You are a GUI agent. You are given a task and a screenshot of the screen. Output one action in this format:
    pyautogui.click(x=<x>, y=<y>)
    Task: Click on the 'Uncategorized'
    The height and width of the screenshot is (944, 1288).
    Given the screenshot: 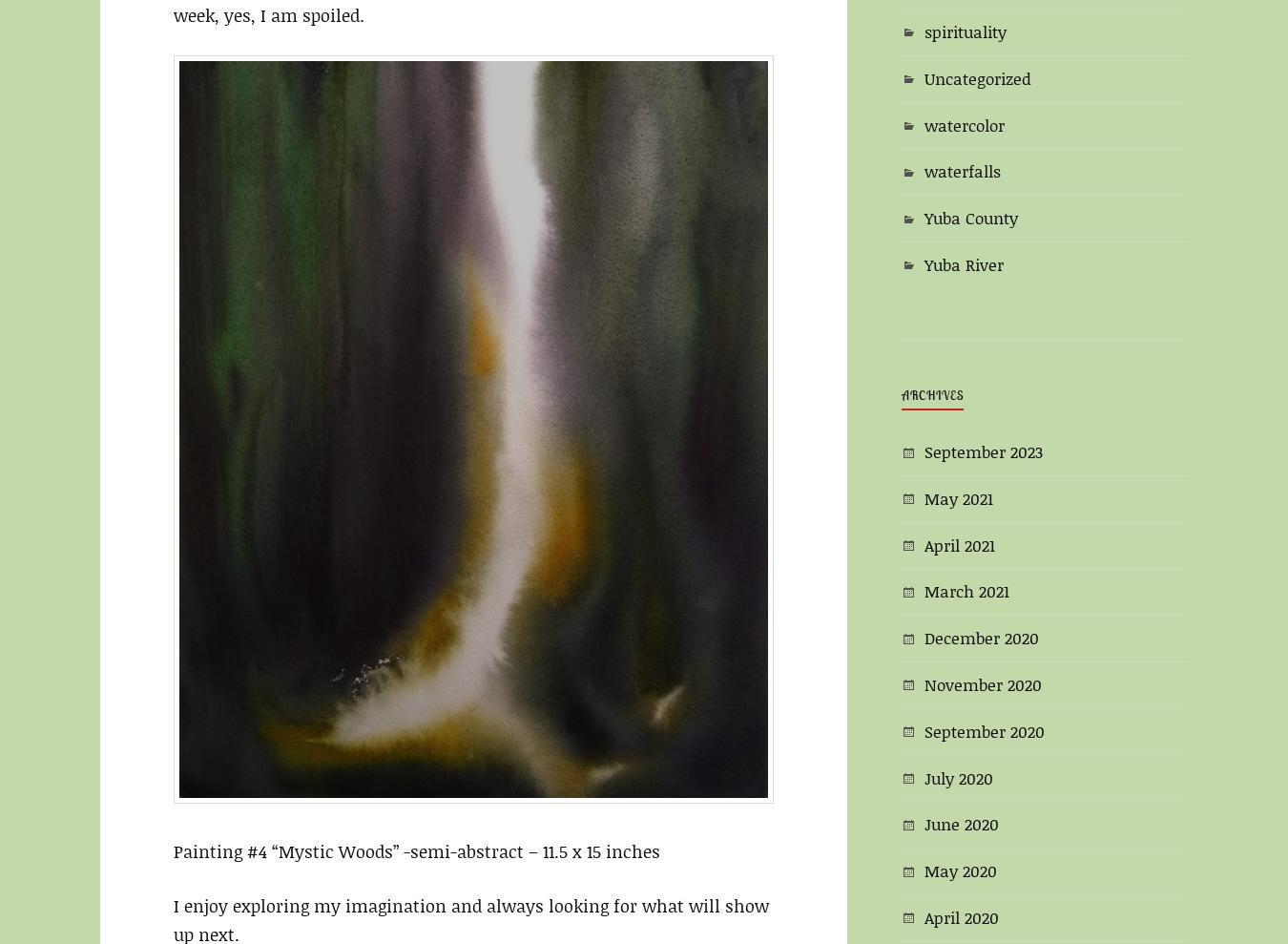 What is the action you would take?
    pyautogui.click(x=978, y=76)
    